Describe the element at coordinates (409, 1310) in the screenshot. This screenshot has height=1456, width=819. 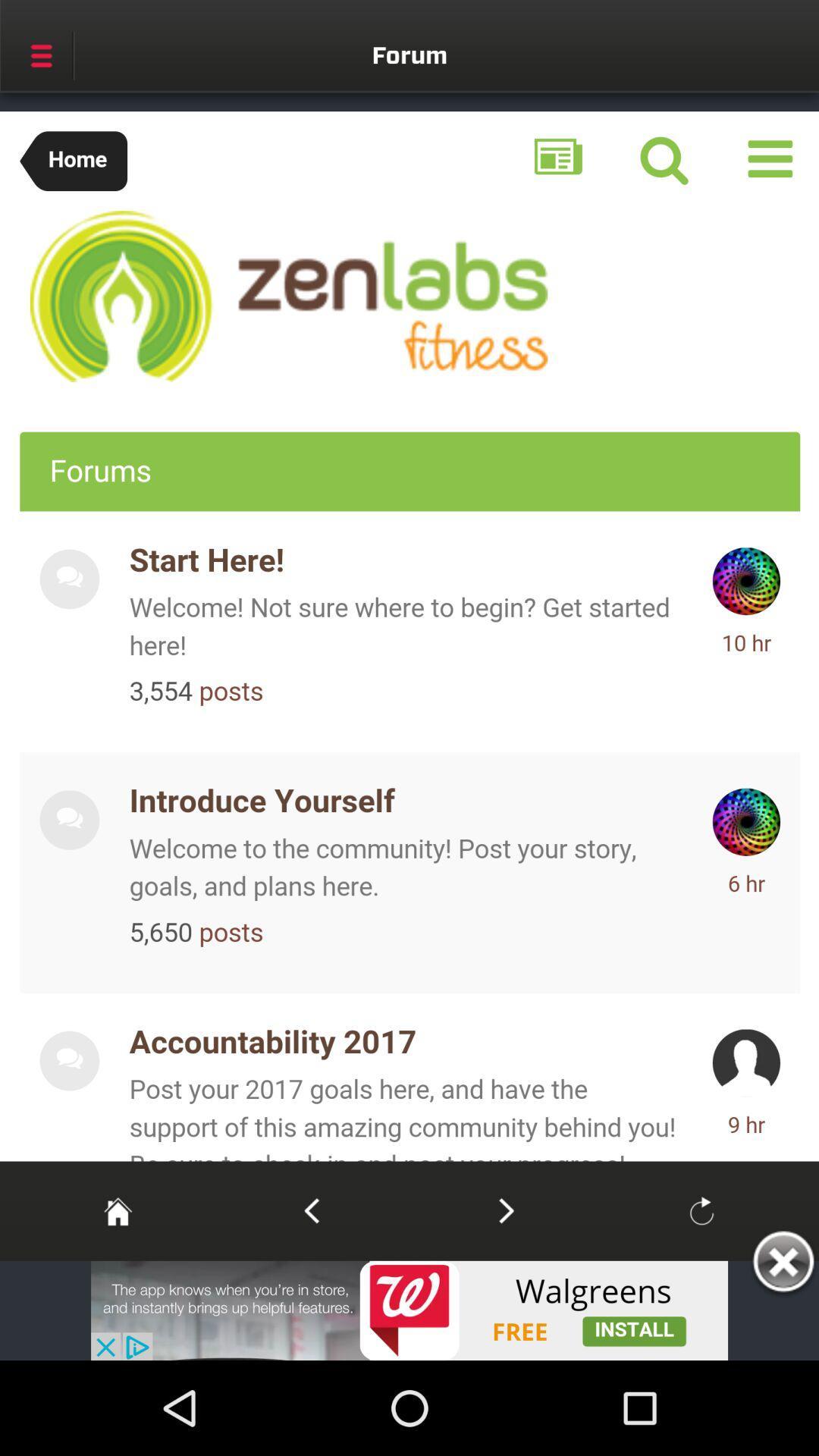
I see `advertisements image` at that location.